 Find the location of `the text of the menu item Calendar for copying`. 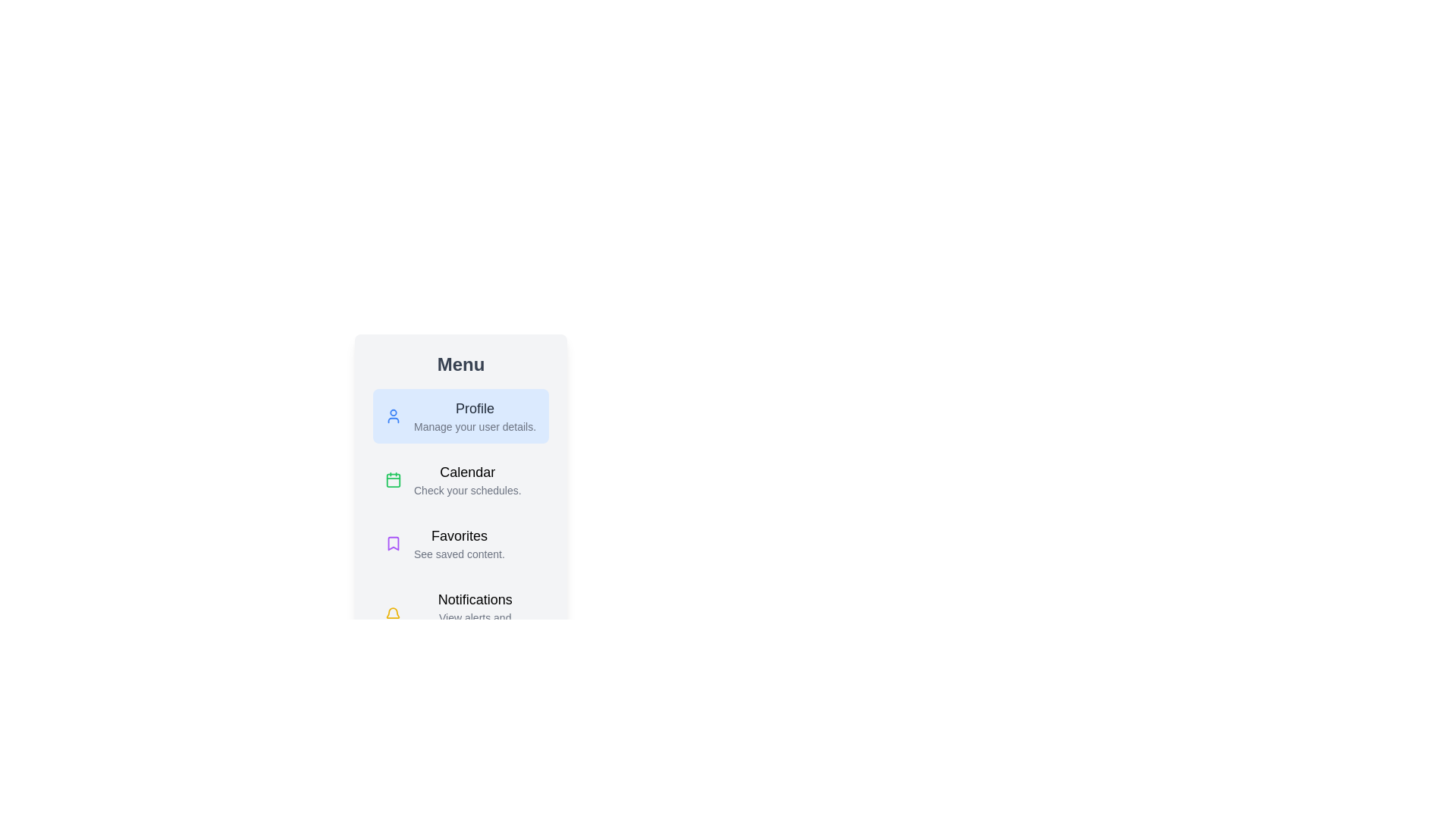

the text of the menu item Calendar for copying is located at coordinates (460, 479).